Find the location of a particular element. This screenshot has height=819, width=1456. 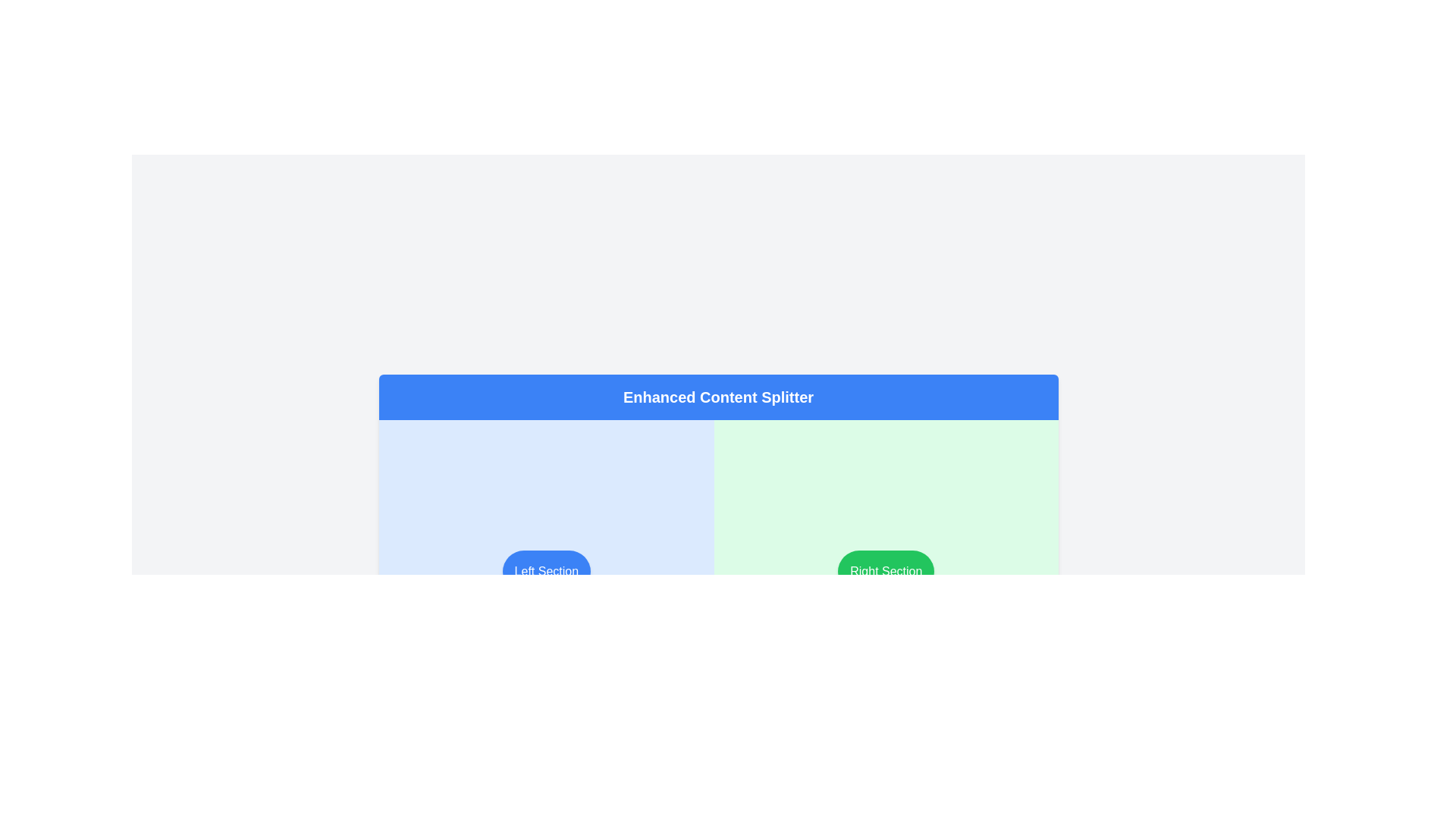

the blue rectangular header labeled 'Enhanced Content Splitter' which is located at the top of the card structure is located at coordinates (717, 397).